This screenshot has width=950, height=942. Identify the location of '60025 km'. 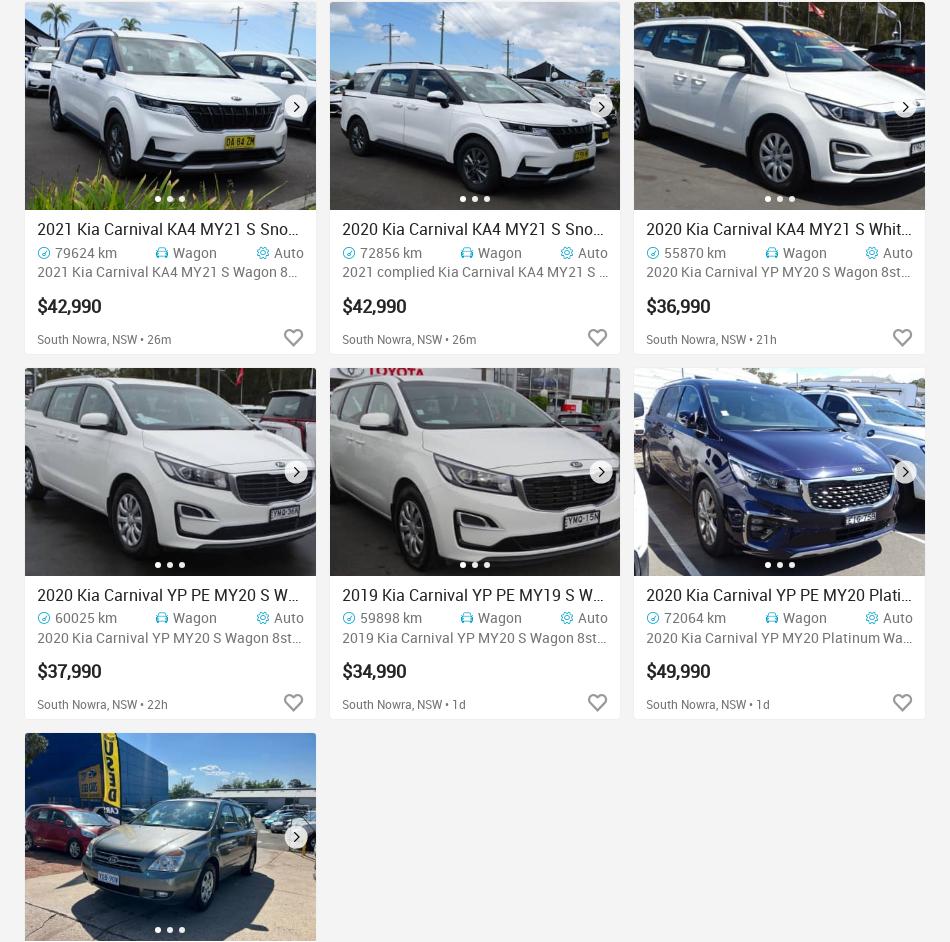
(85, 615).